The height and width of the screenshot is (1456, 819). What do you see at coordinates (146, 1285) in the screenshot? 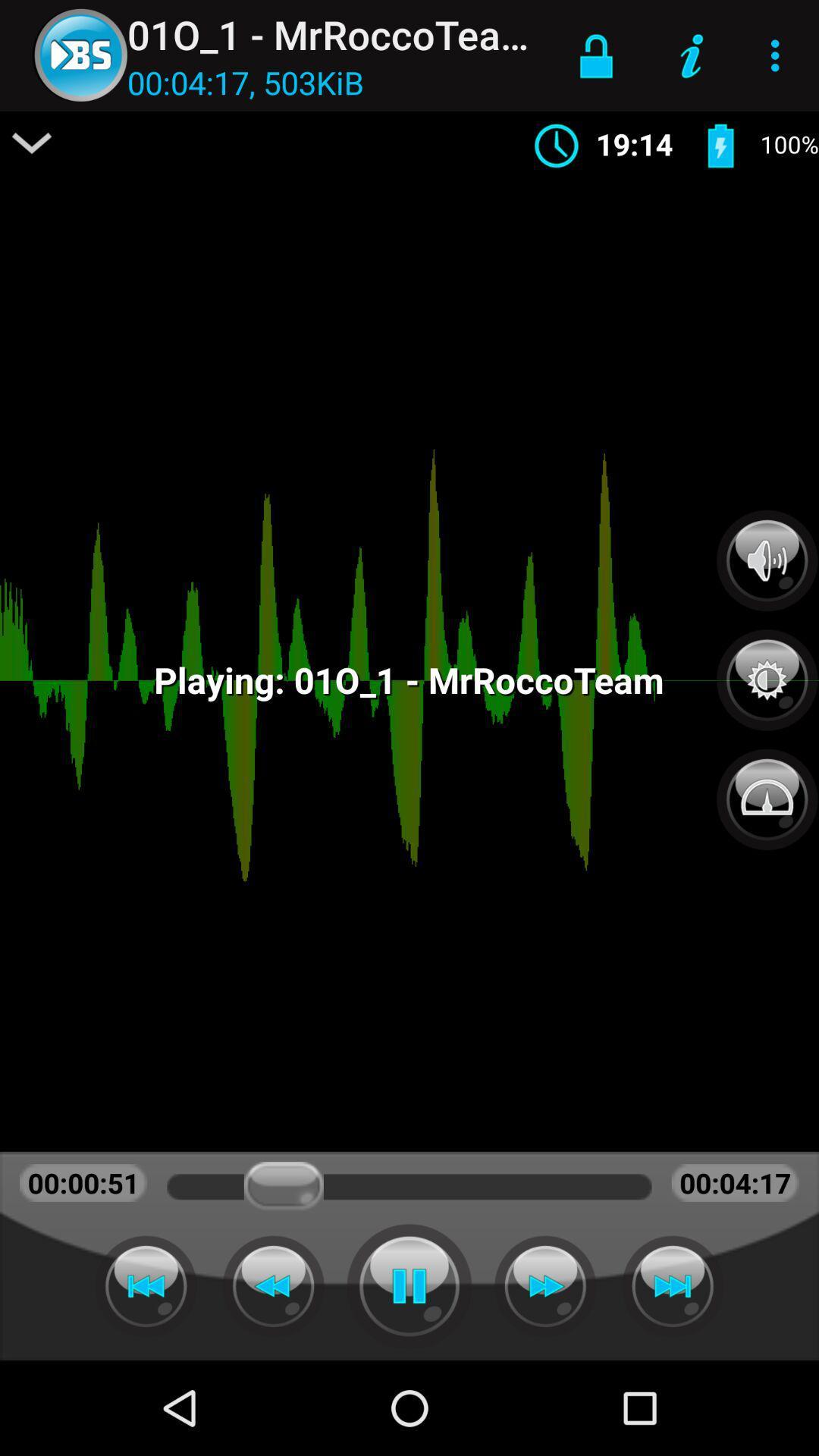
I see `the av_rewind icon` at bounding box center [146, 1285].